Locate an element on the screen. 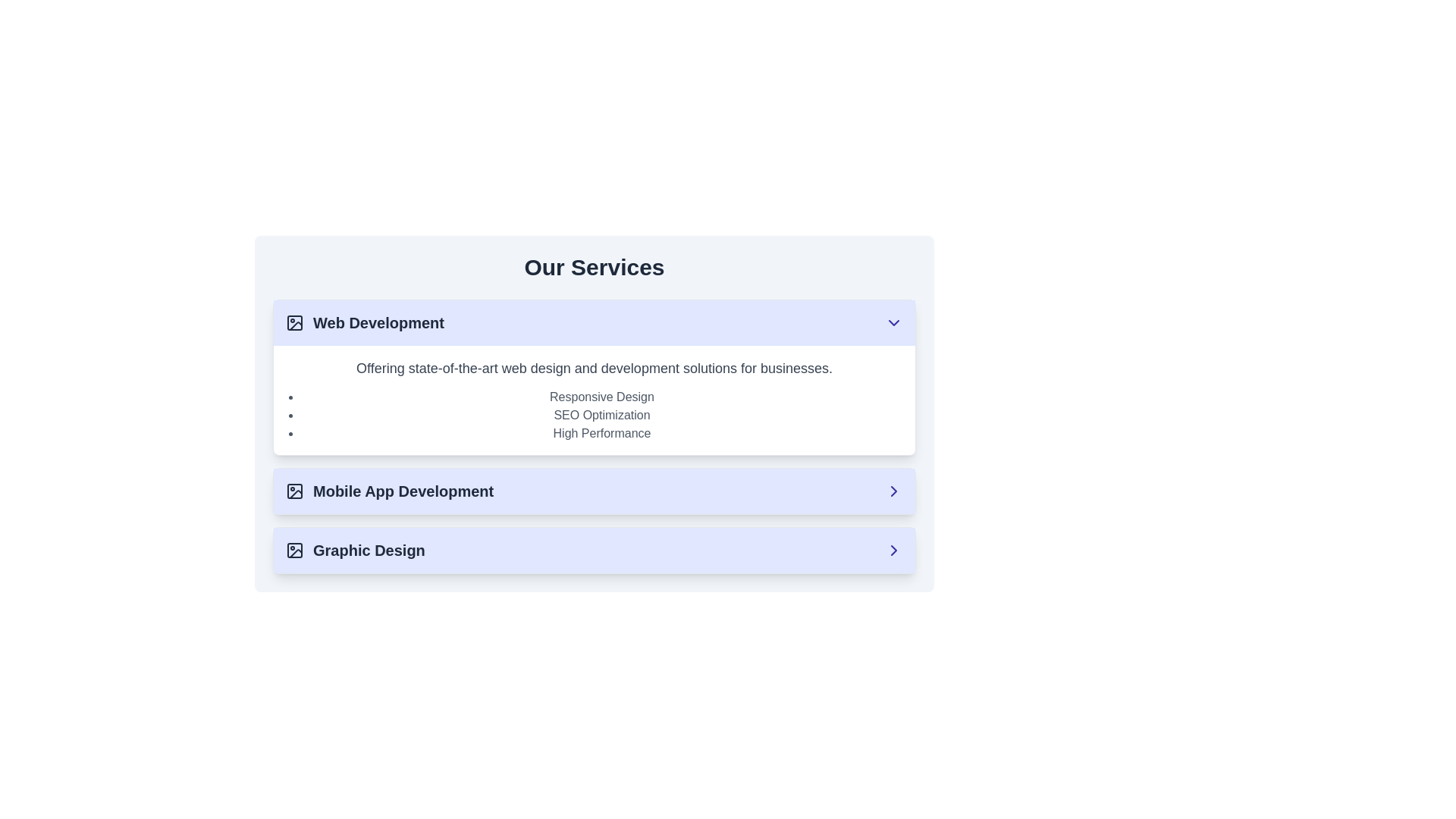 This screenshot has height=819, width=1456. the 'Our Services' text label is located at coordinates (593, 267).